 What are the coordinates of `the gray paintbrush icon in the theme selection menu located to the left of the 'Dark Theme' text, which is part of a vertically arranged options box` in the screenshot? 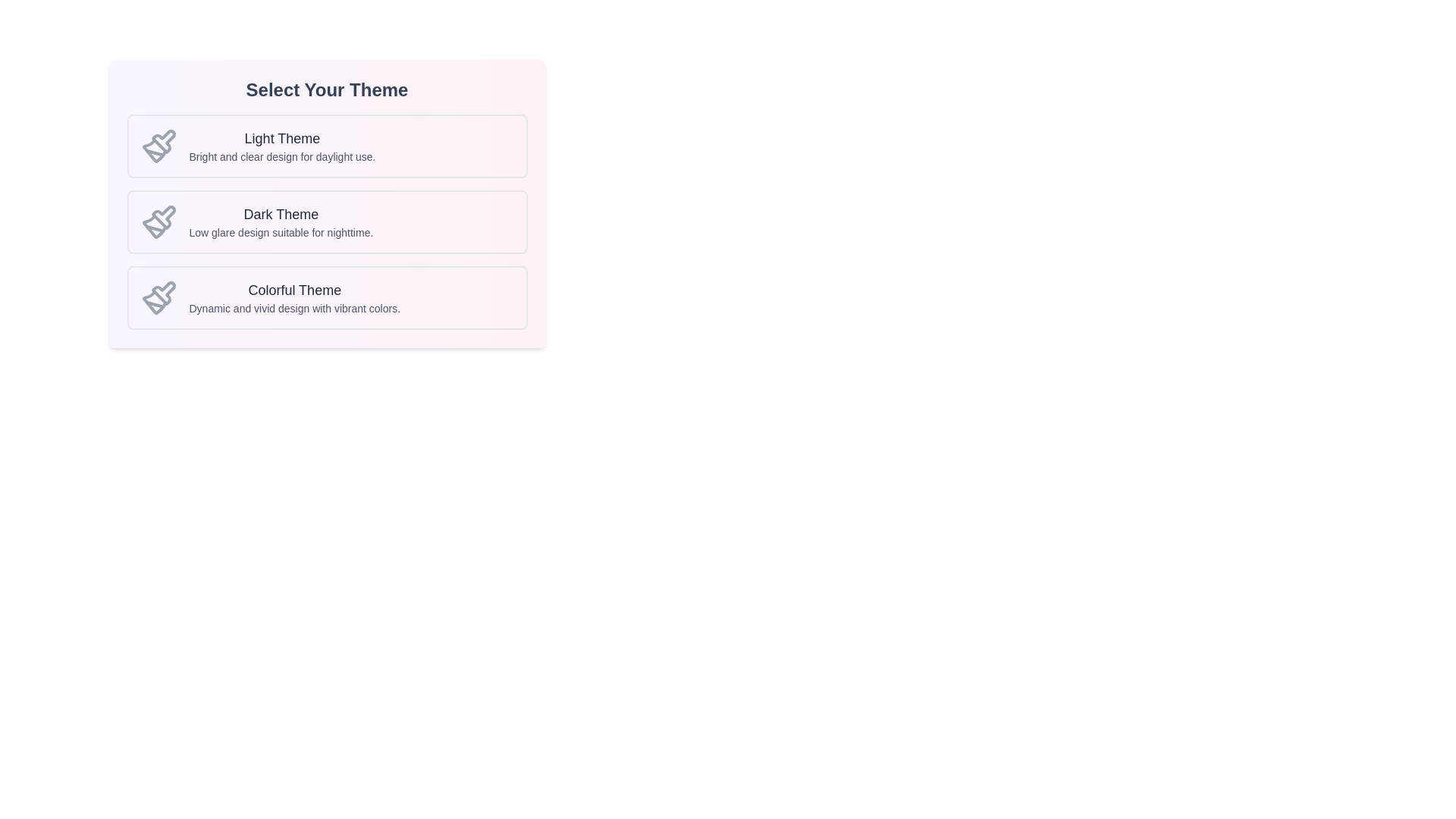 It's located at (158, 222).